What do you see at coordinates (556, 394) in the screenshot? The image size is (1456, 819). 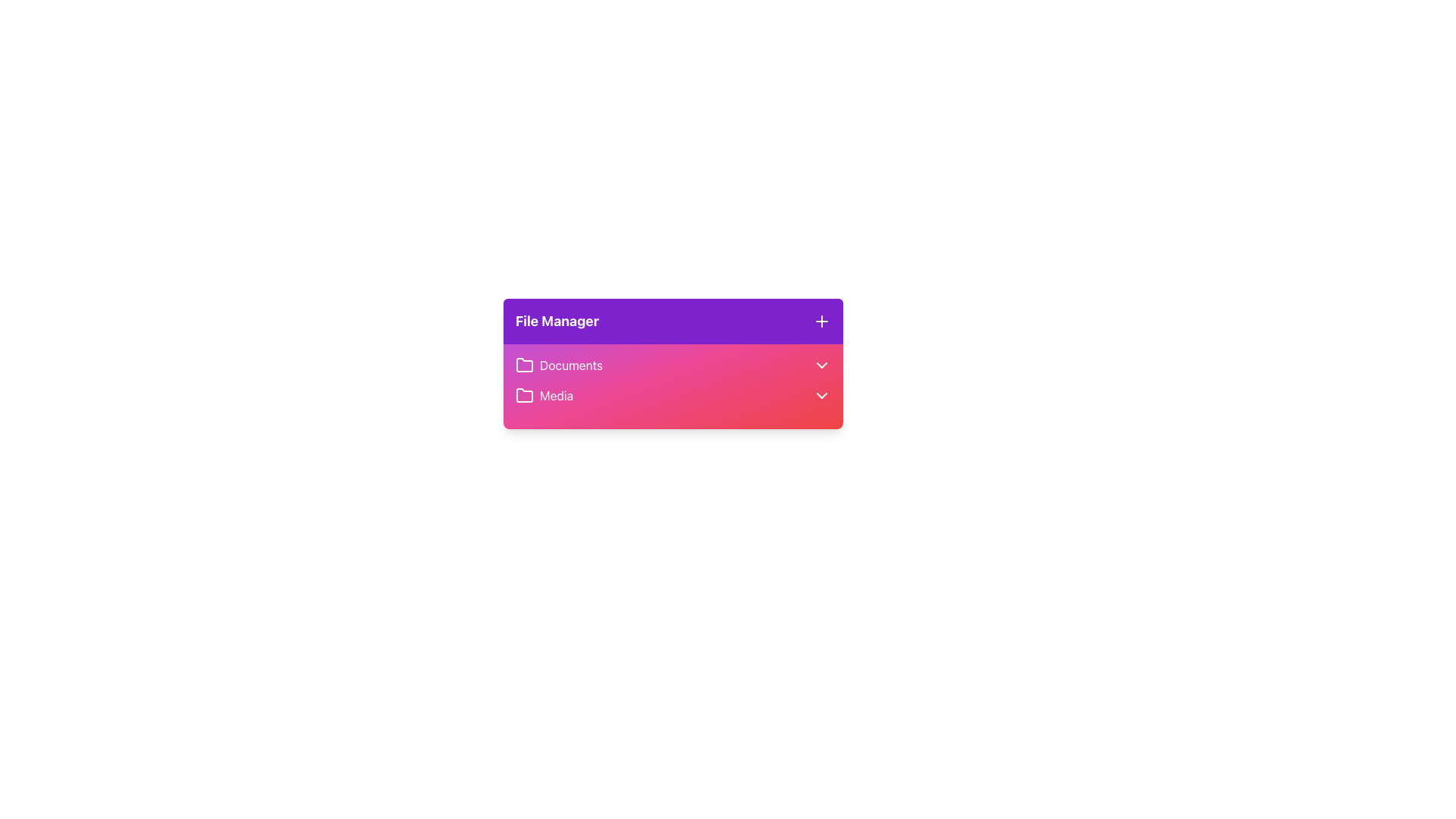 I see `the 'Media' text label, which is the second entry in a vertical list within a card layout` at bounding box center [556, 394].